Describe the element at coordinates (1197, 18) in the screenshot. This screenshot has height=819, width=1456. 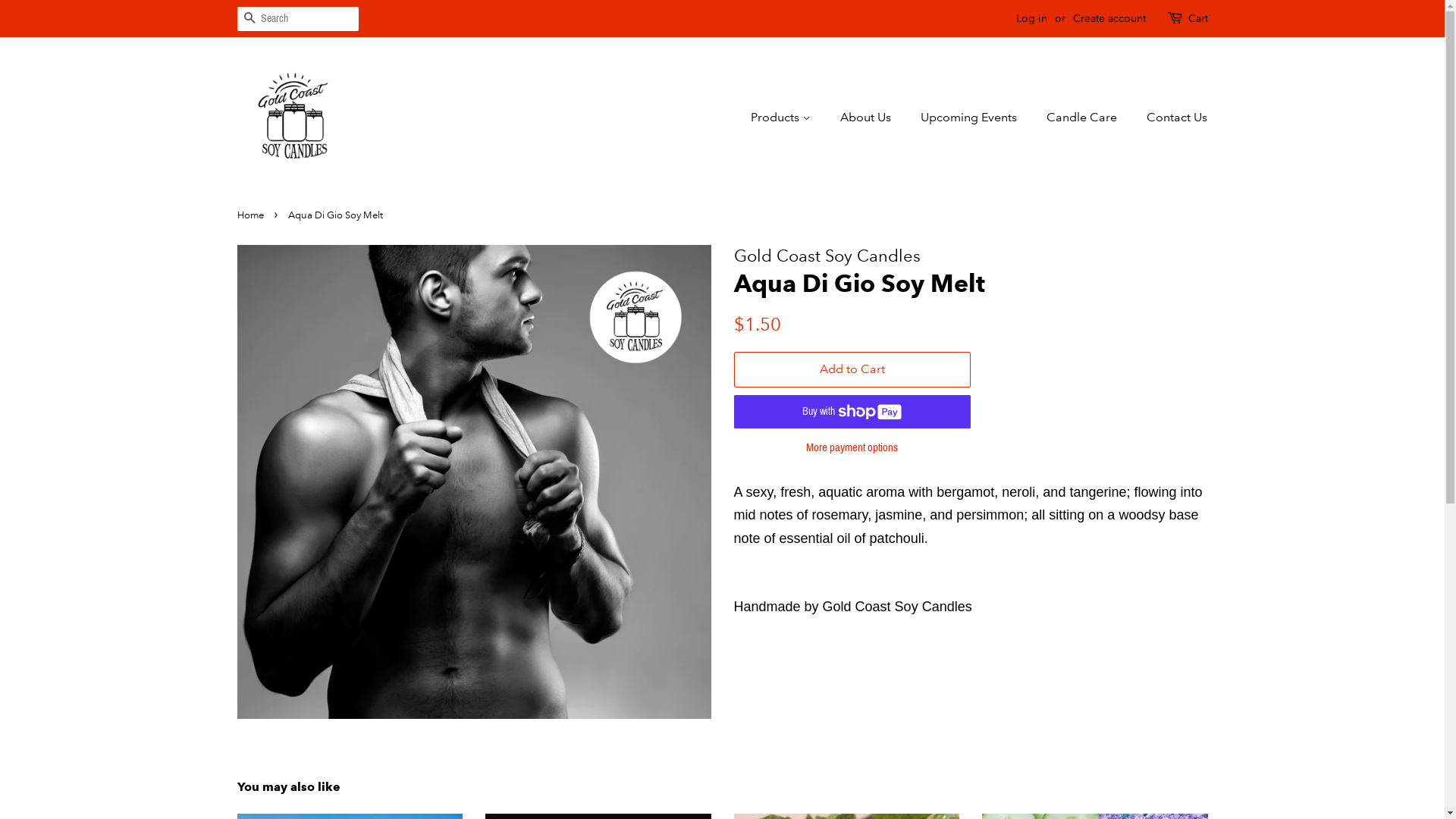
I see `'Cart'` at that location.